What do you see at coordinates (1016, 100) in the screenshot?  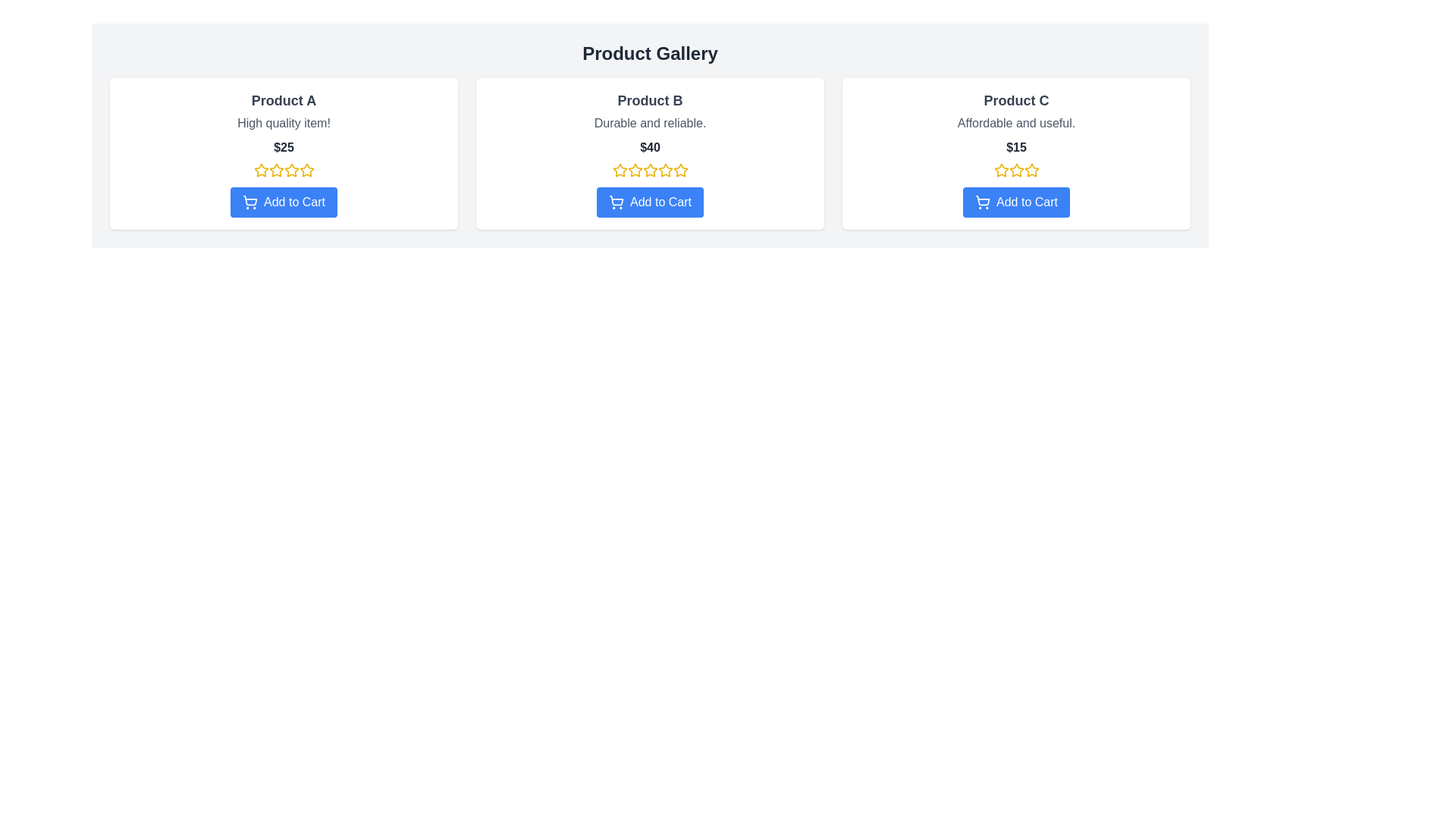 I see `the 'Product C' text label, which is a bold title at the top of the card in the rightmost column of the interface` at bounding box center [1016, 100].